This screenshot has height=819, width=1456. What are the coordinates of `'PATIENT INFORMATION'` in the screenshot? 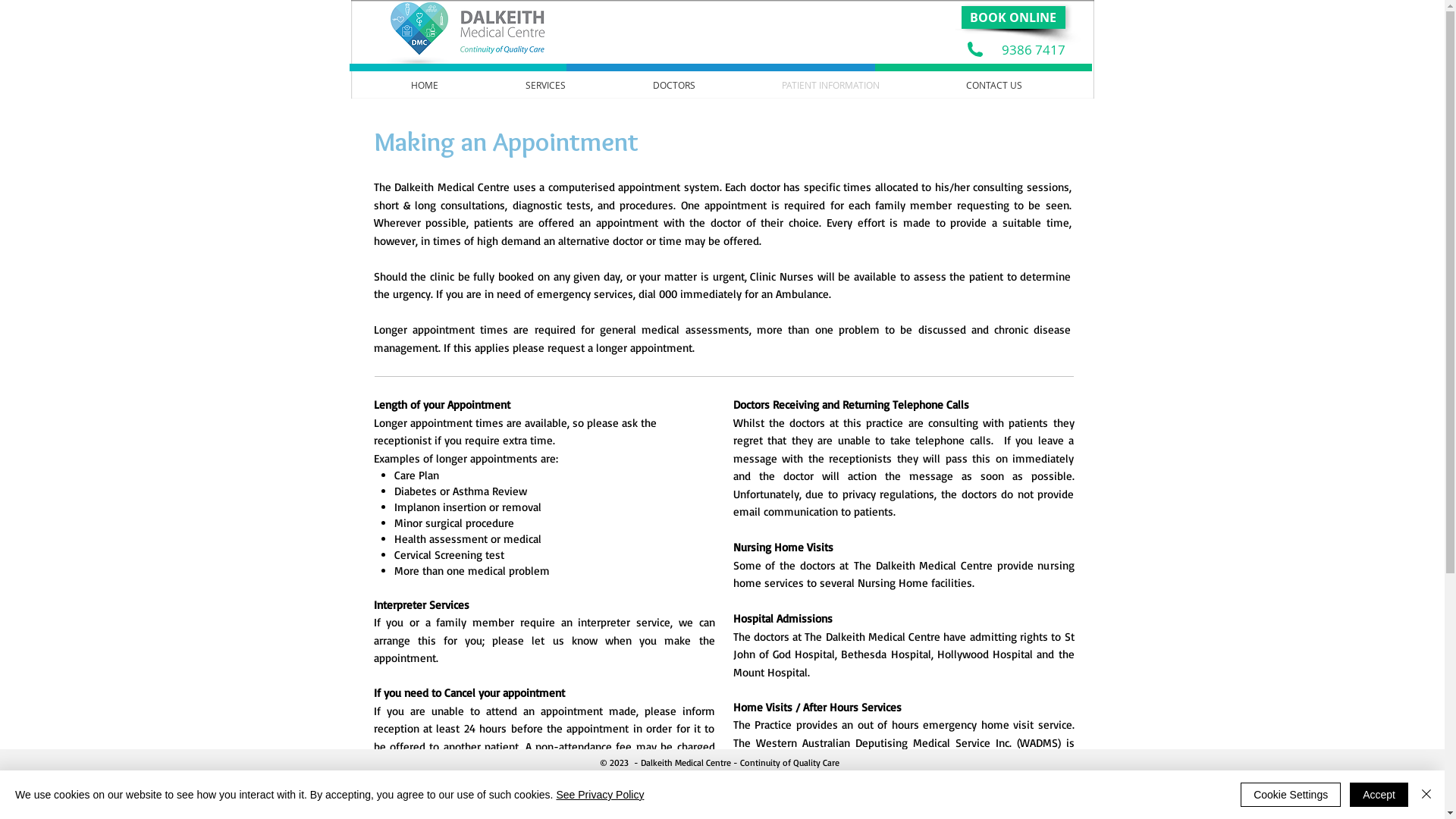 It's located at (830, 84).